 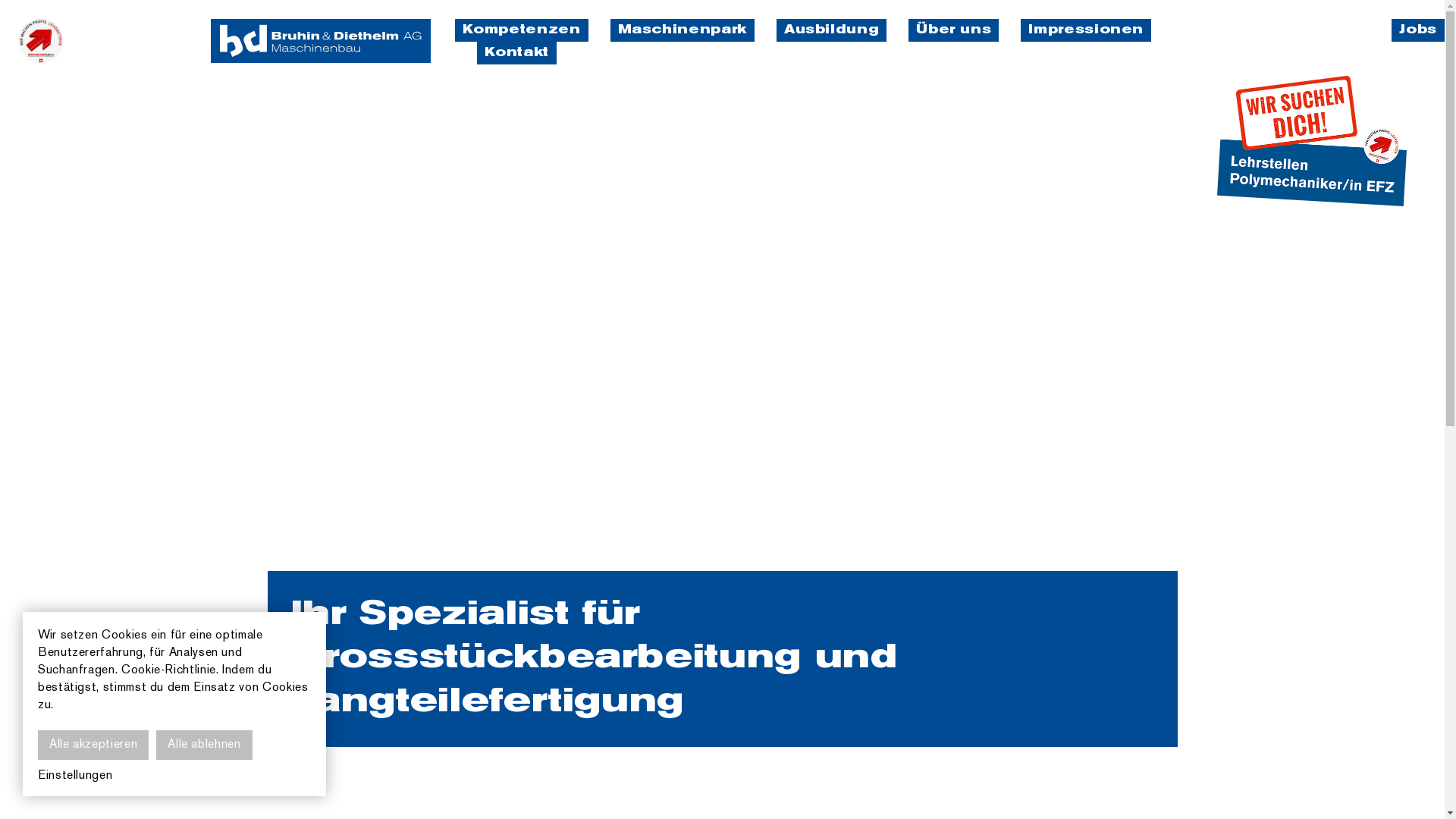 What do you see at coordinates (1084, 30) in the screenshot?
I see `'Impressionen'` at bounding box center [1084, 30].